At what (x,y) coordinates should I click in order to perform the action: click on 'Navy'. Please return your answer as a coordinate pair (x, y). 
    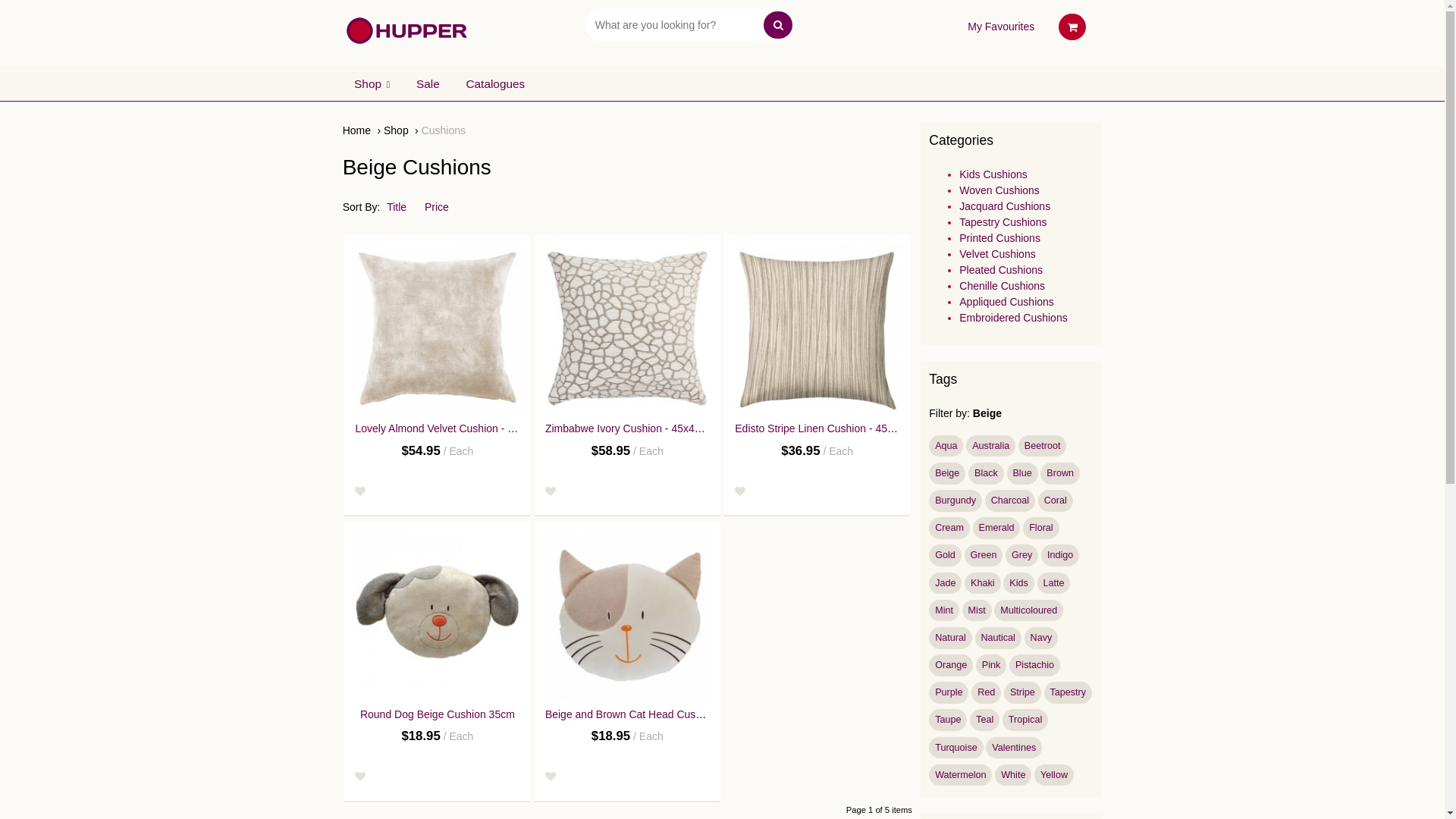
    Looking at the image, I should click on (1040, 638).